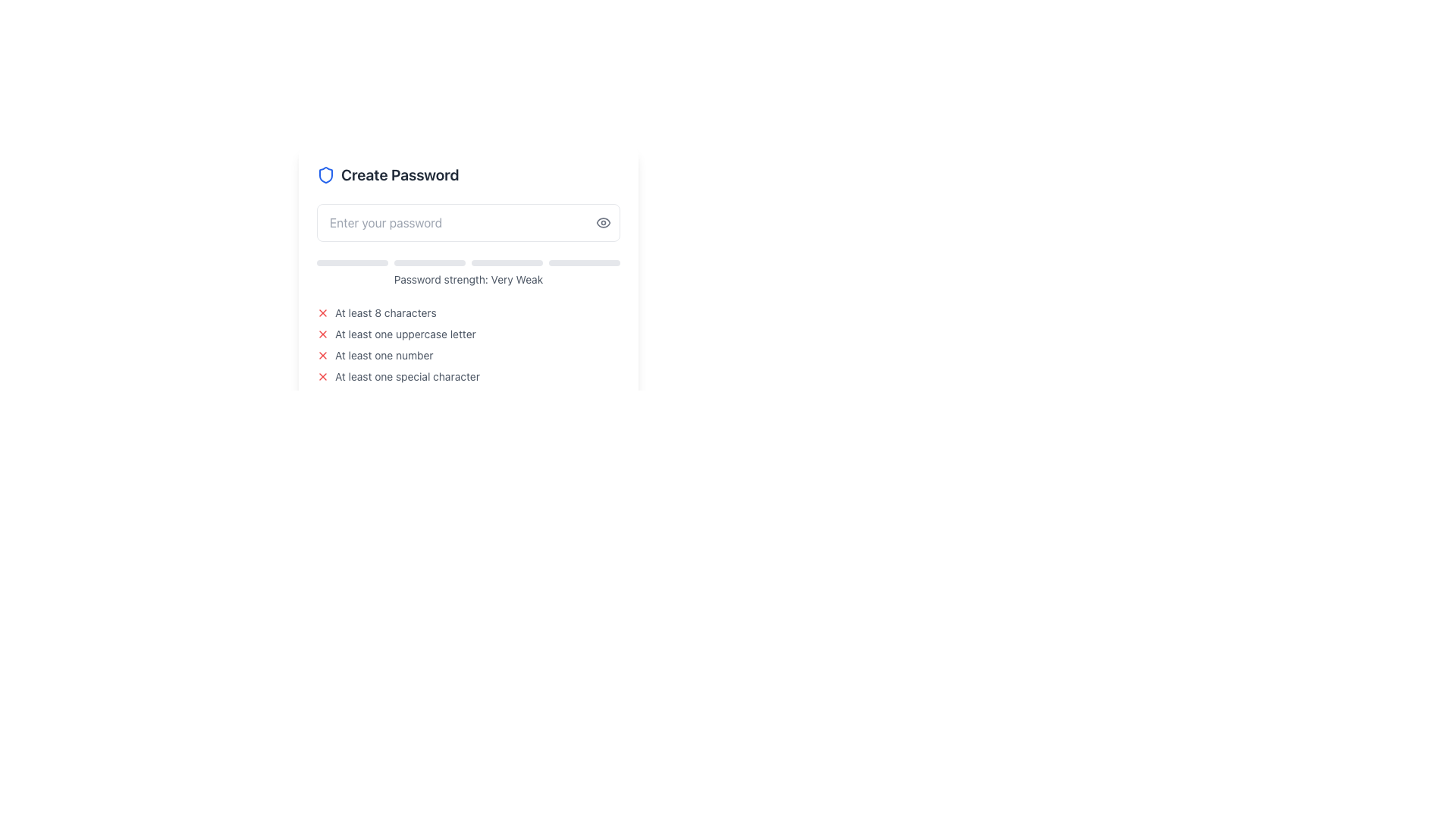 The height and width of the screenshot is (819, 1456). What do you see at coordinates (468, 275) in the screenshot?
I see `the password creation component` at bounding box center [468, 275].